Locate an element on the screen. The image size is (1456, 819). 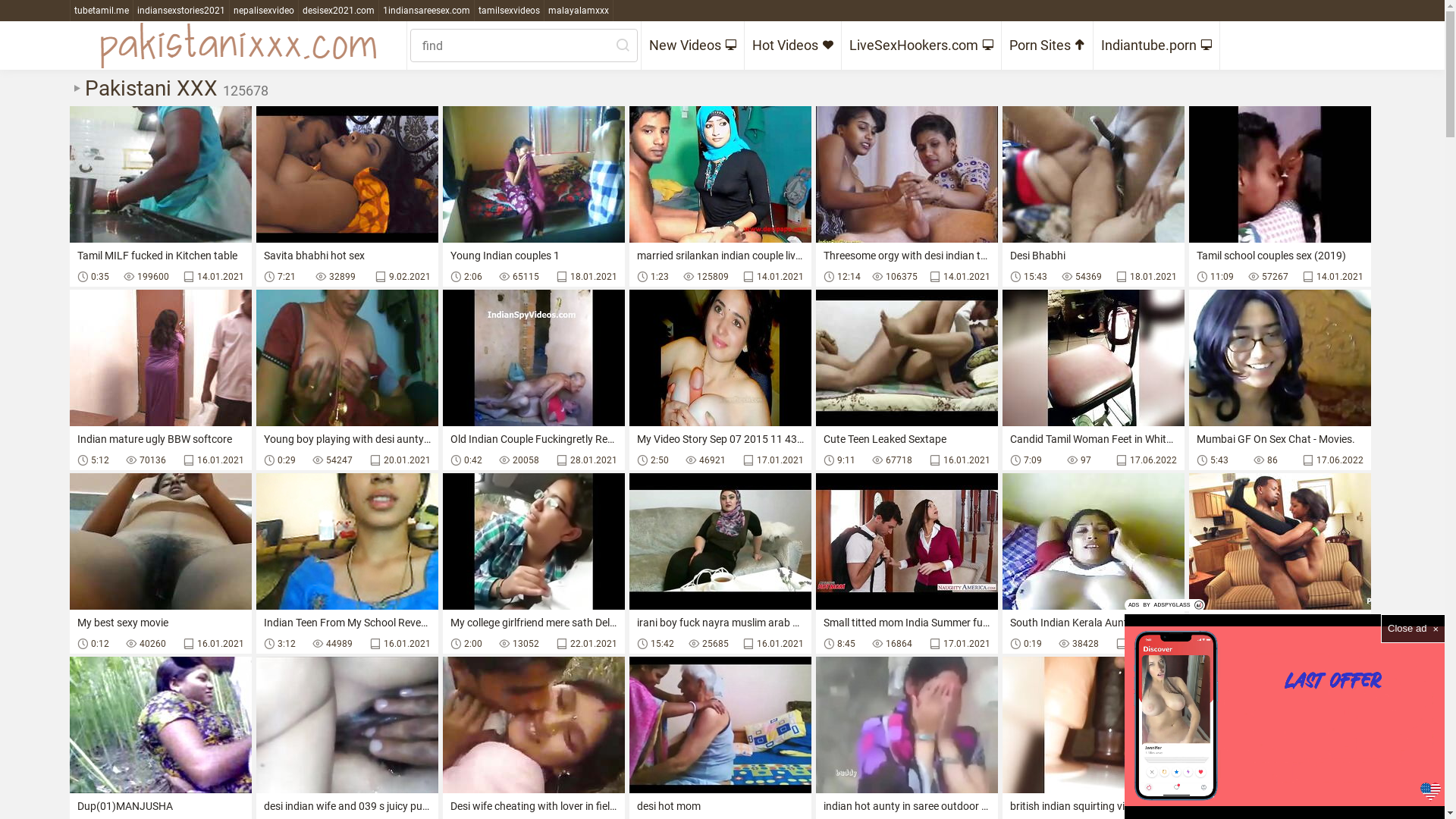
'Desi Bhabhi is located at coordinates (1093, 195).